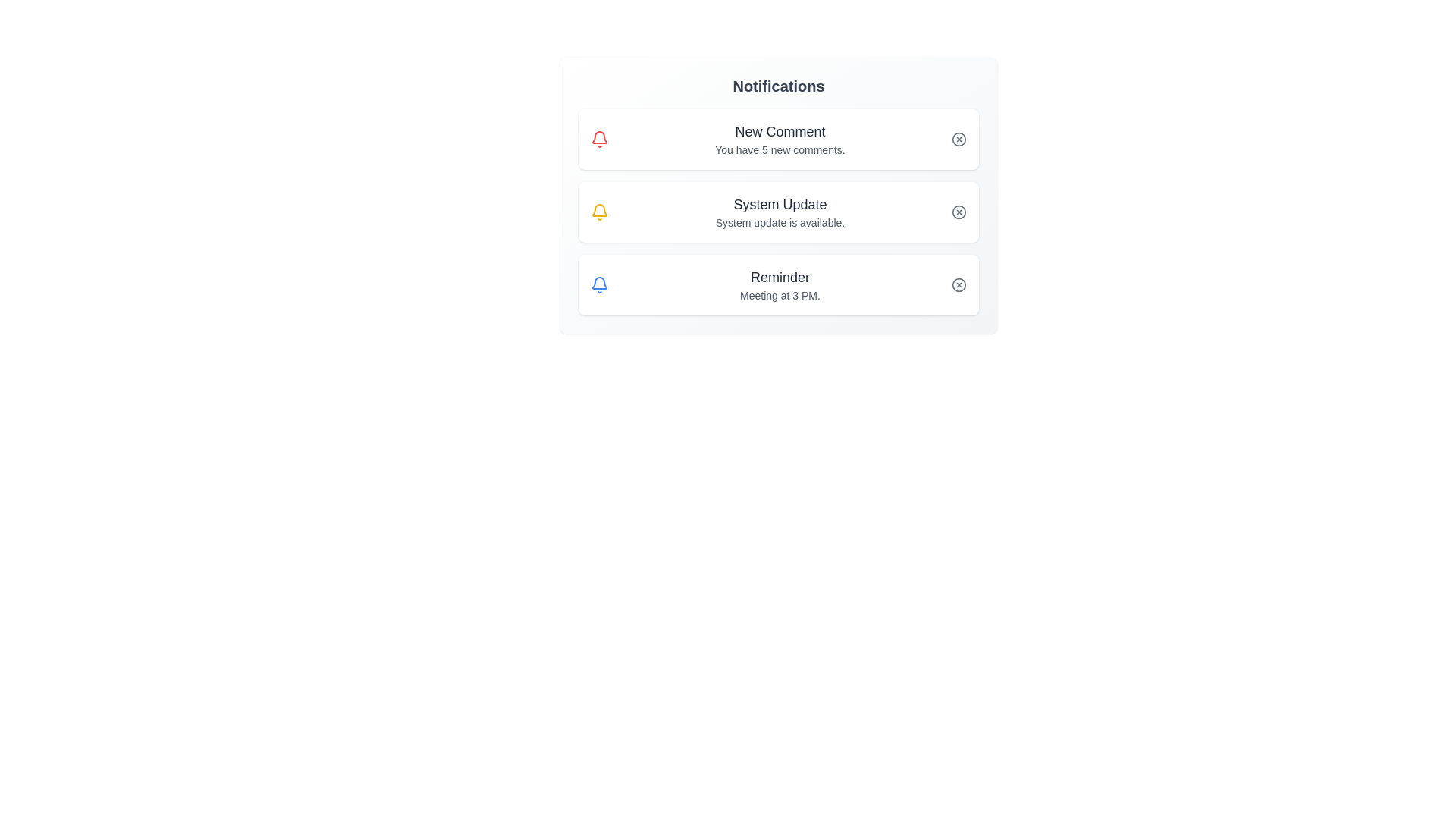 The image size is (1456, 819). I want to click on text of the additional descriptive information provided by the Text Label located below the 'System Update' heading in the second notification card, so click(780, 222).